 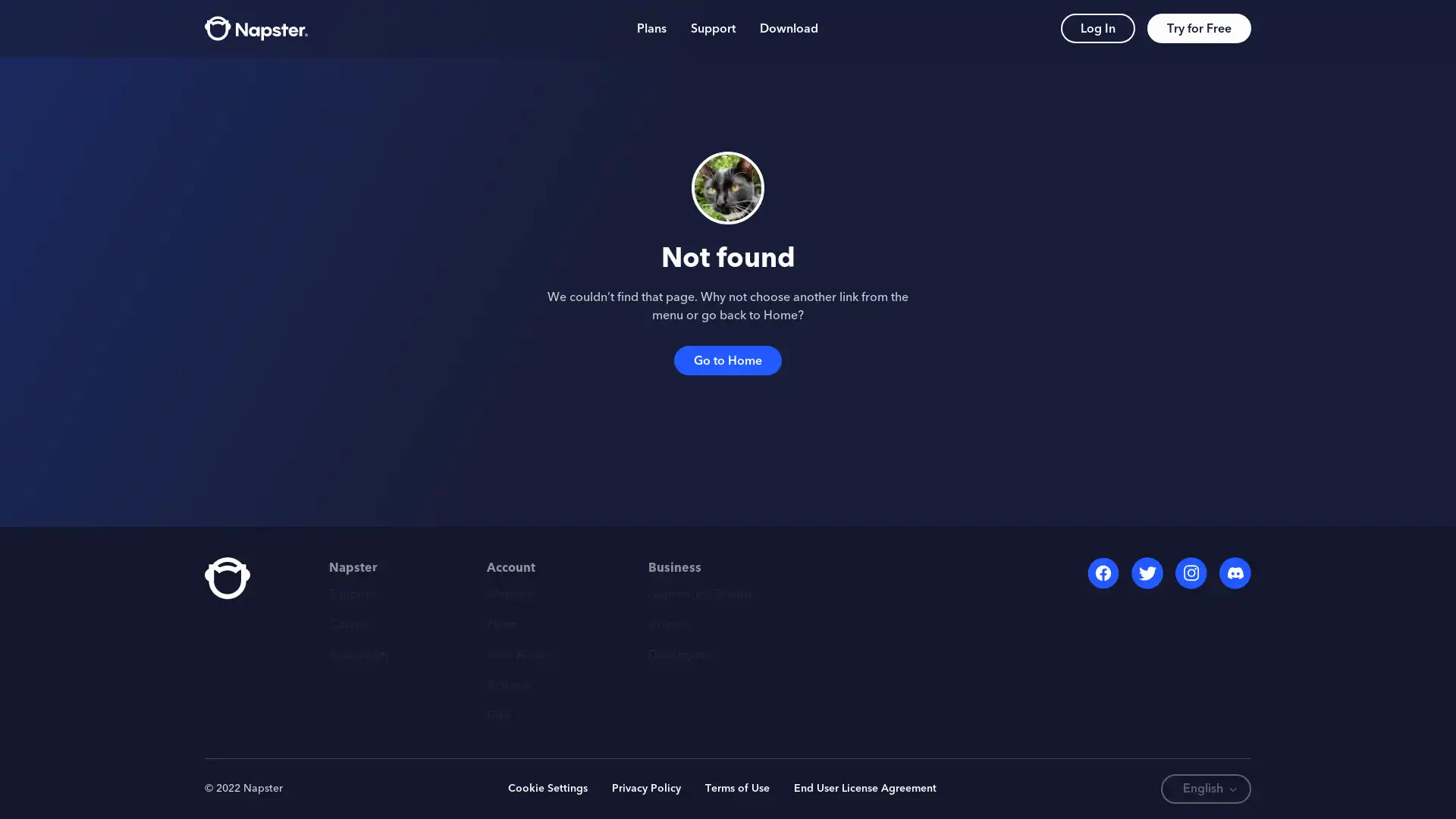 What do you see at coordinates (1170, 764) in the screenshot?
I see `Reject` at bounding box center [1170, 764].